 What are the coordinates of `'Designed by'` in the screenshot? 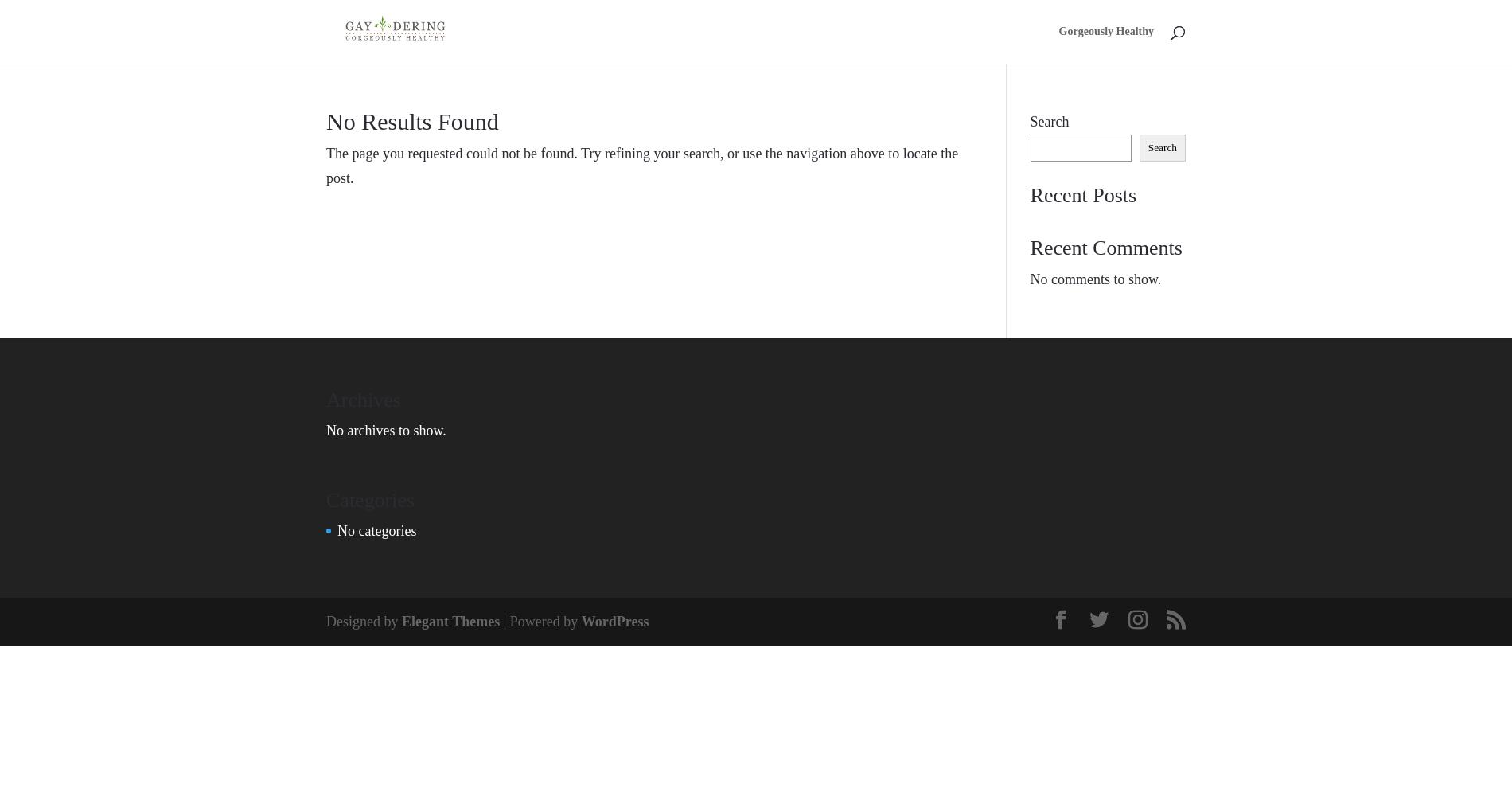 It's located at (362, 621).